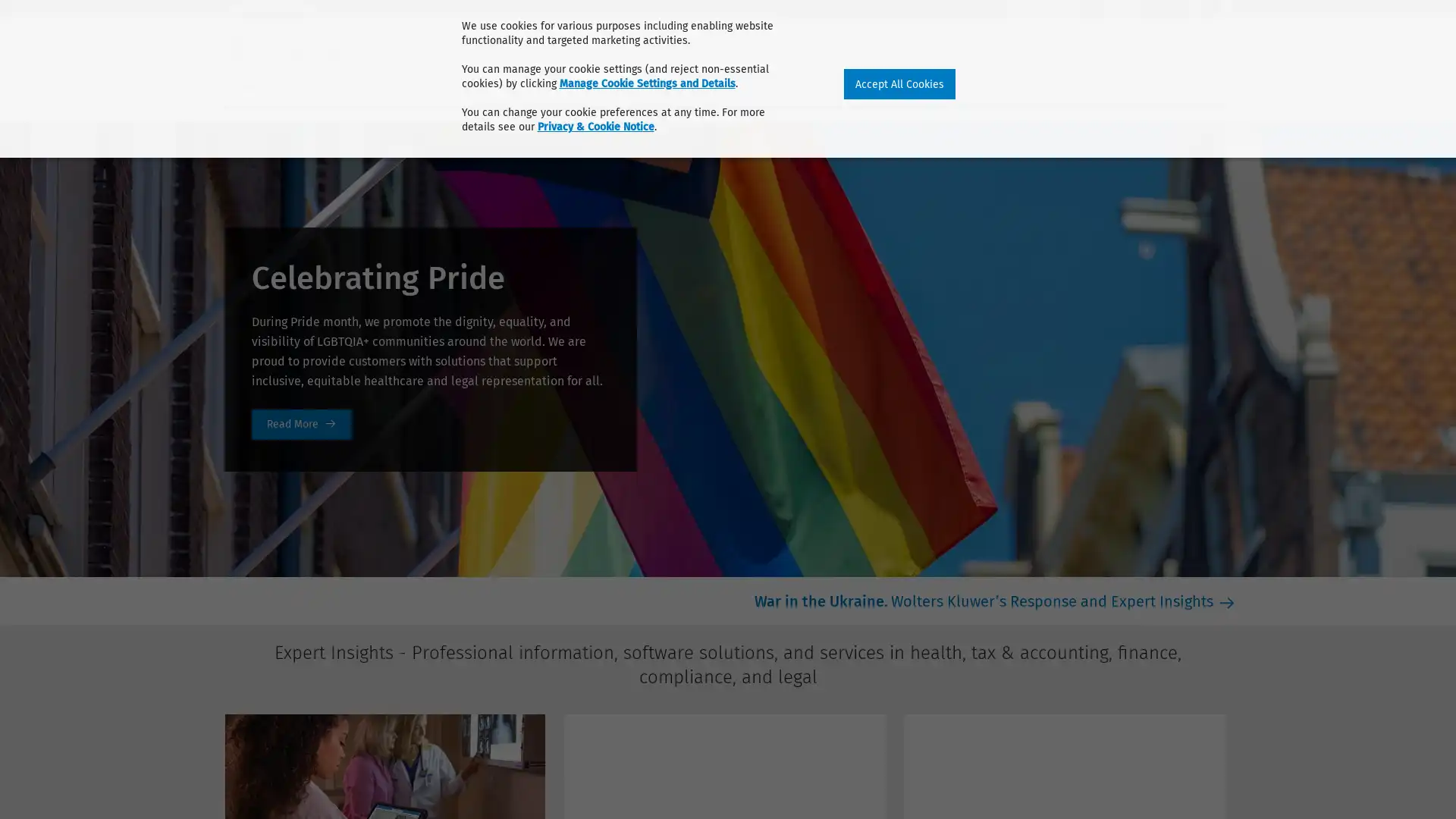  What do you see at coordinates (1238, 42) in the screenshot?
I see `/Feature/WoltersKluwer/OneWeb/SearchHeader/Search` at bounding box center [1238, 42].